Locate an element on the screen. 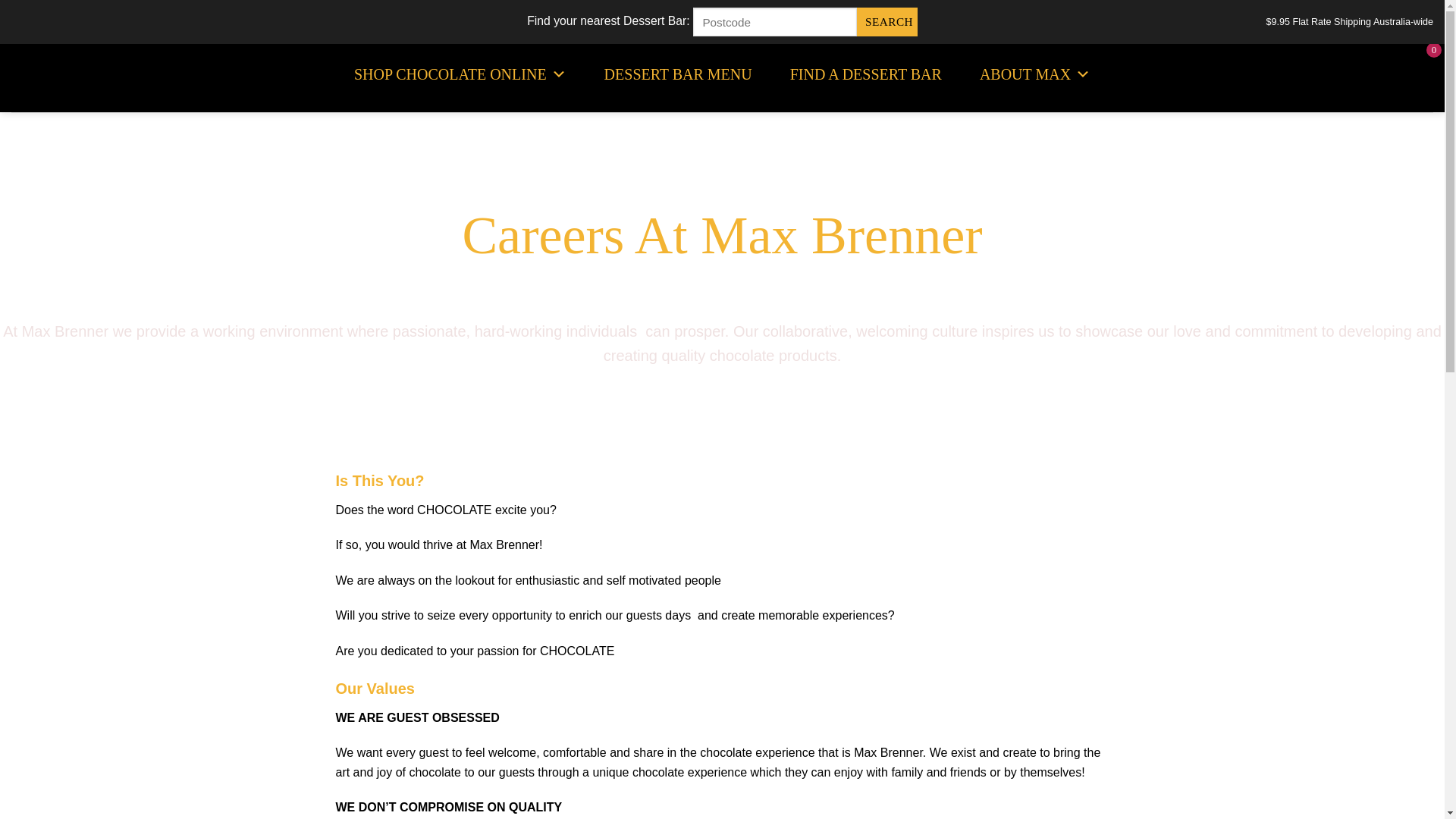  'Skip to content' is located at coordinates (0, 0).